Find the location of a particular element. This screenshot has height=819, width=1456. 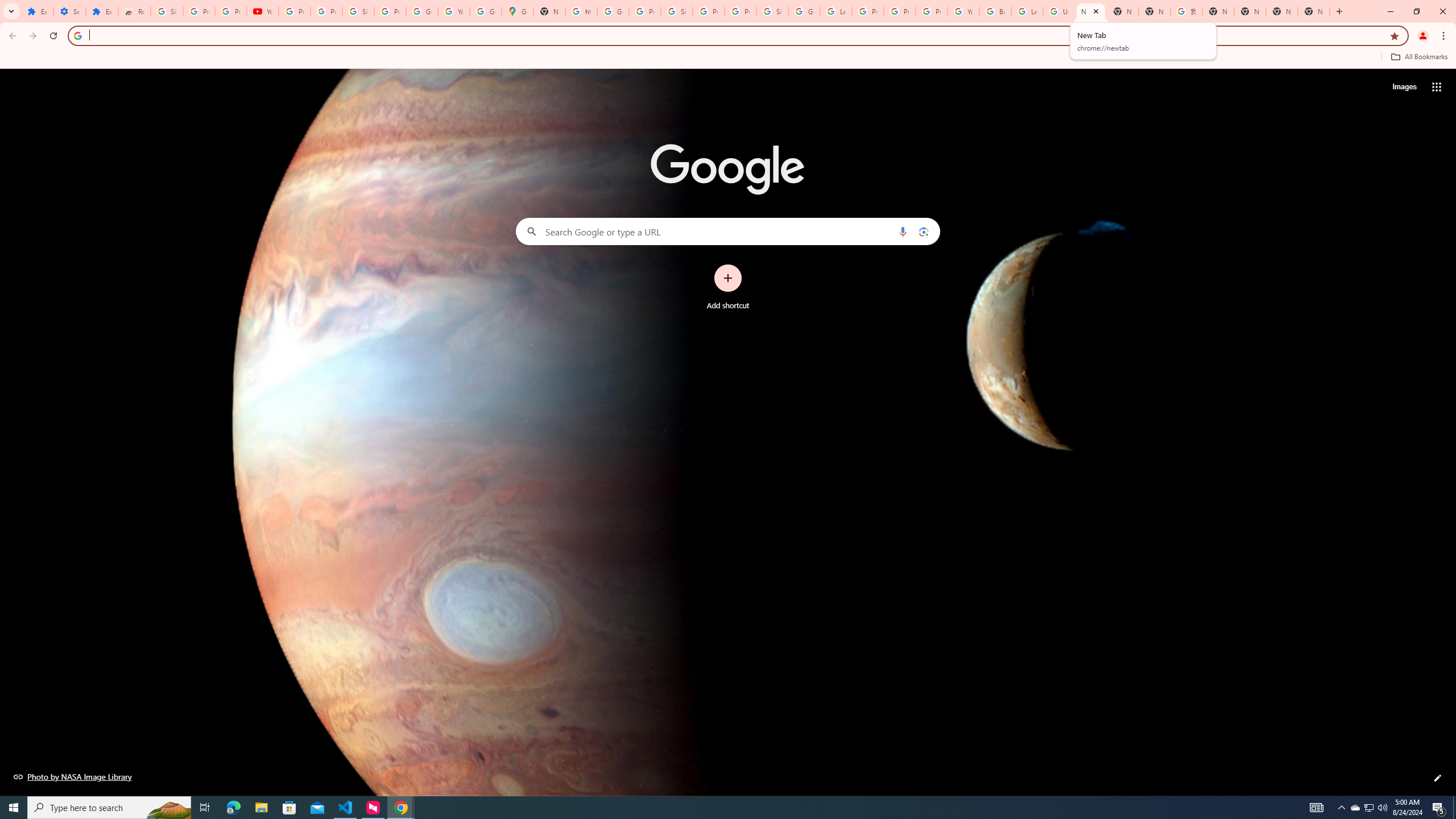

'Search Google or type a URL' is located at coordinates (728, 230).